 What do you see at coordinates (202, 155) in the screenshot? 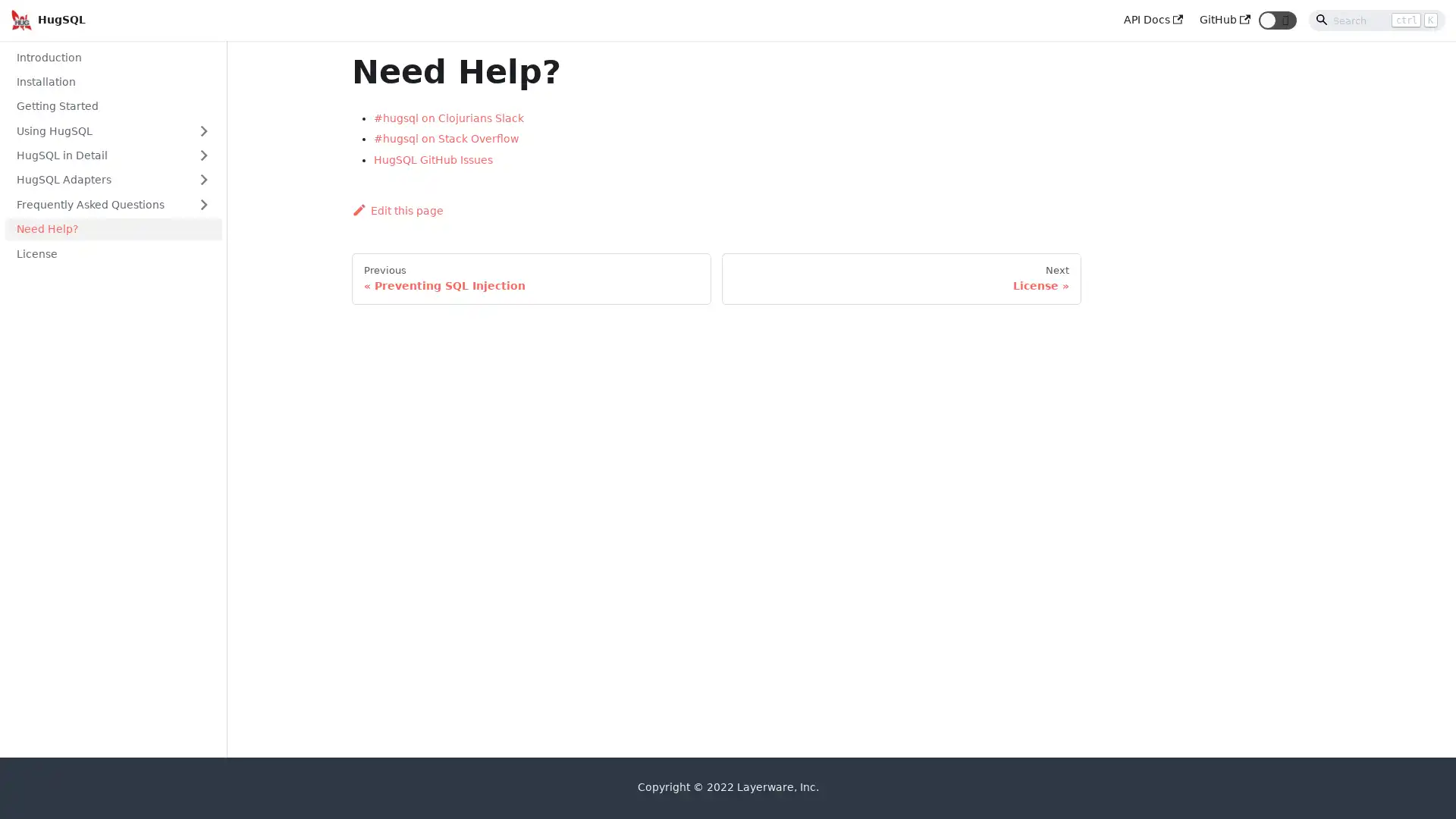
I see `Toggle the collapsible sidebar category 'HugSQL in Detail'` at bounding box center [202, 155].